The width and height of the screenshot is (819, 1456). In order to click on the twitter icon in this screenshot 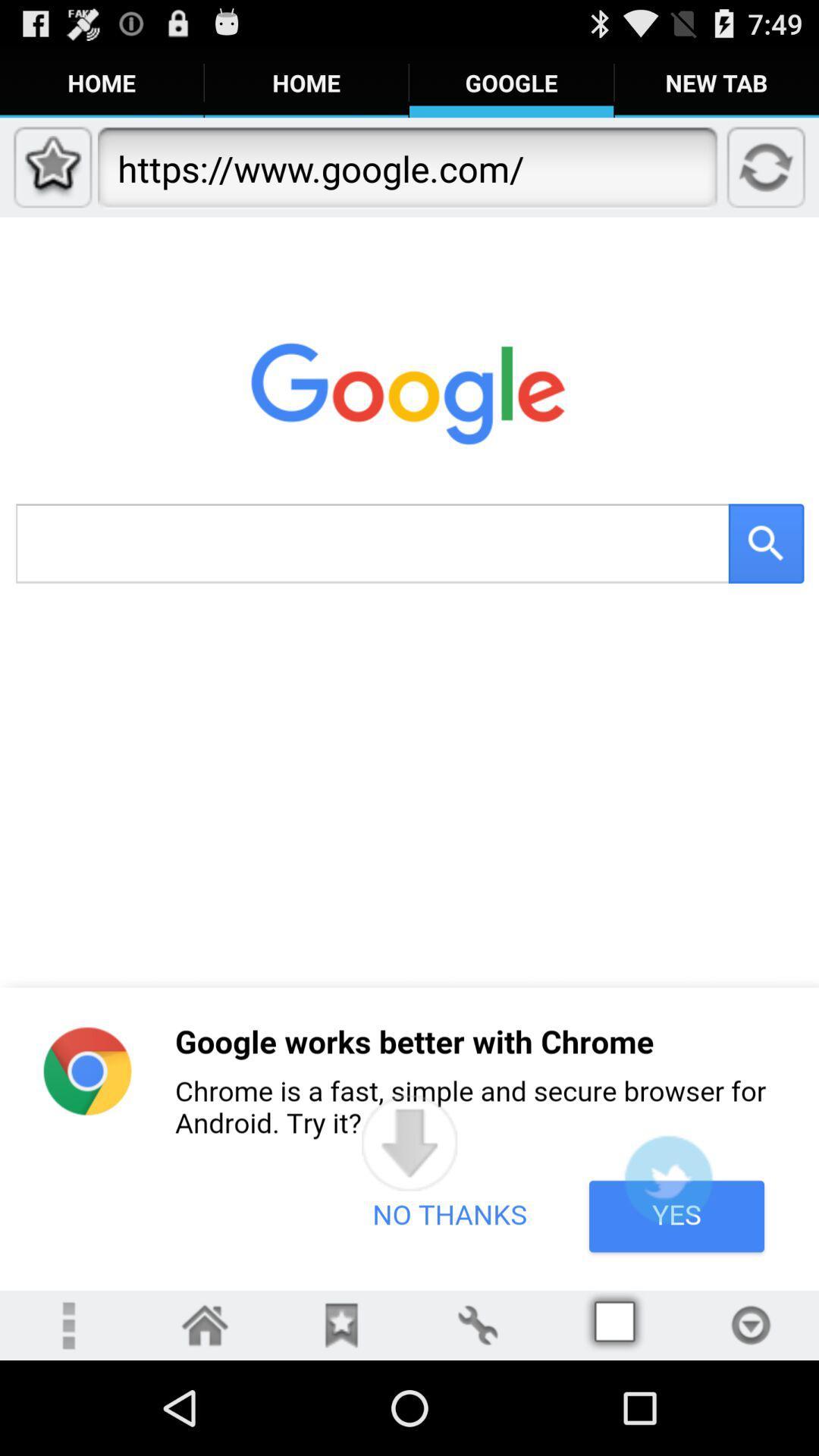, I will do `click(667, 1263)`.